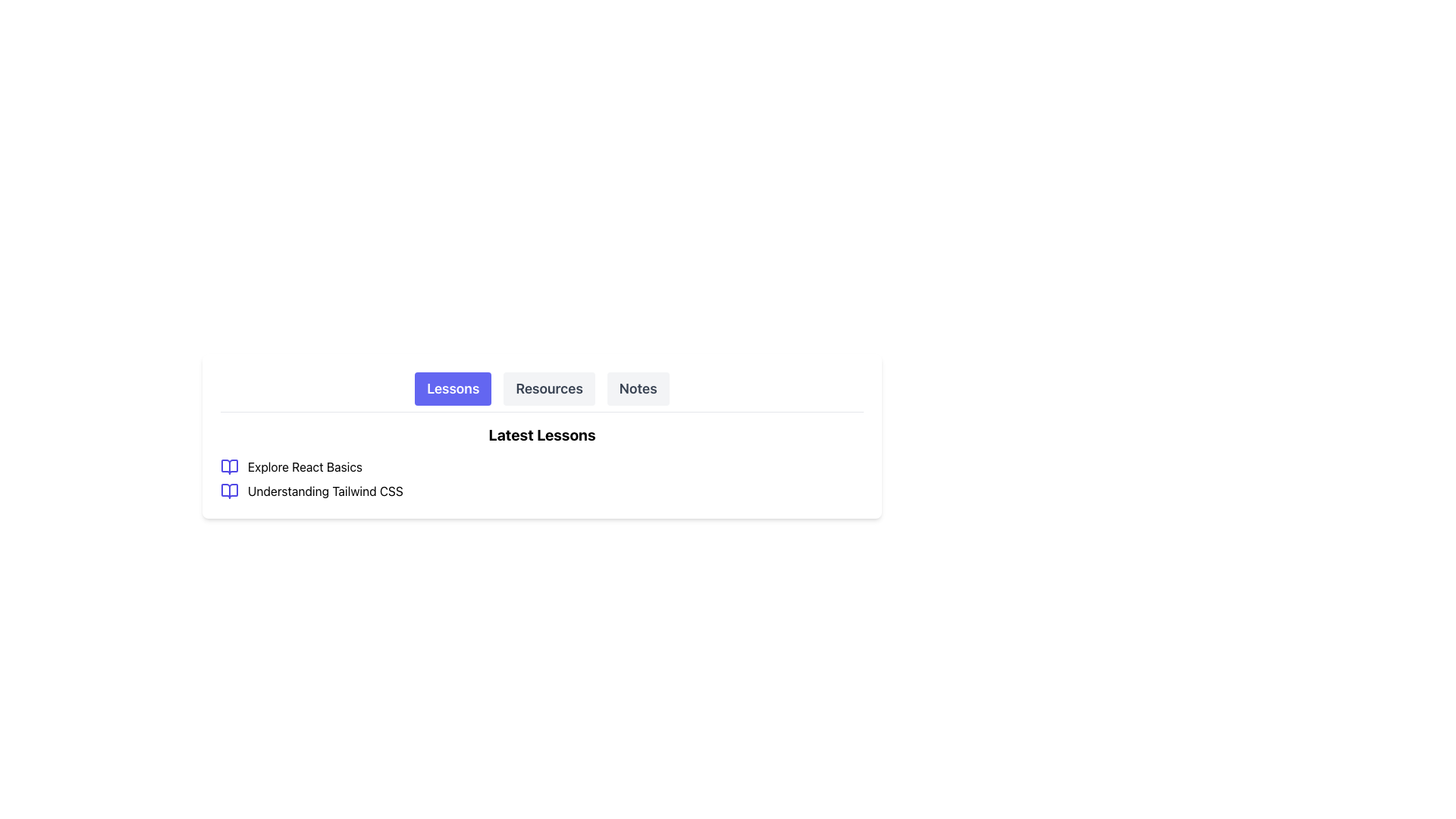 The image size is (1456, 819). Describe the element at coordinates (228, 466) in the screenshot. I see `the indigo open book icon located to the left of the 'Explore React Basics' text` at that location.